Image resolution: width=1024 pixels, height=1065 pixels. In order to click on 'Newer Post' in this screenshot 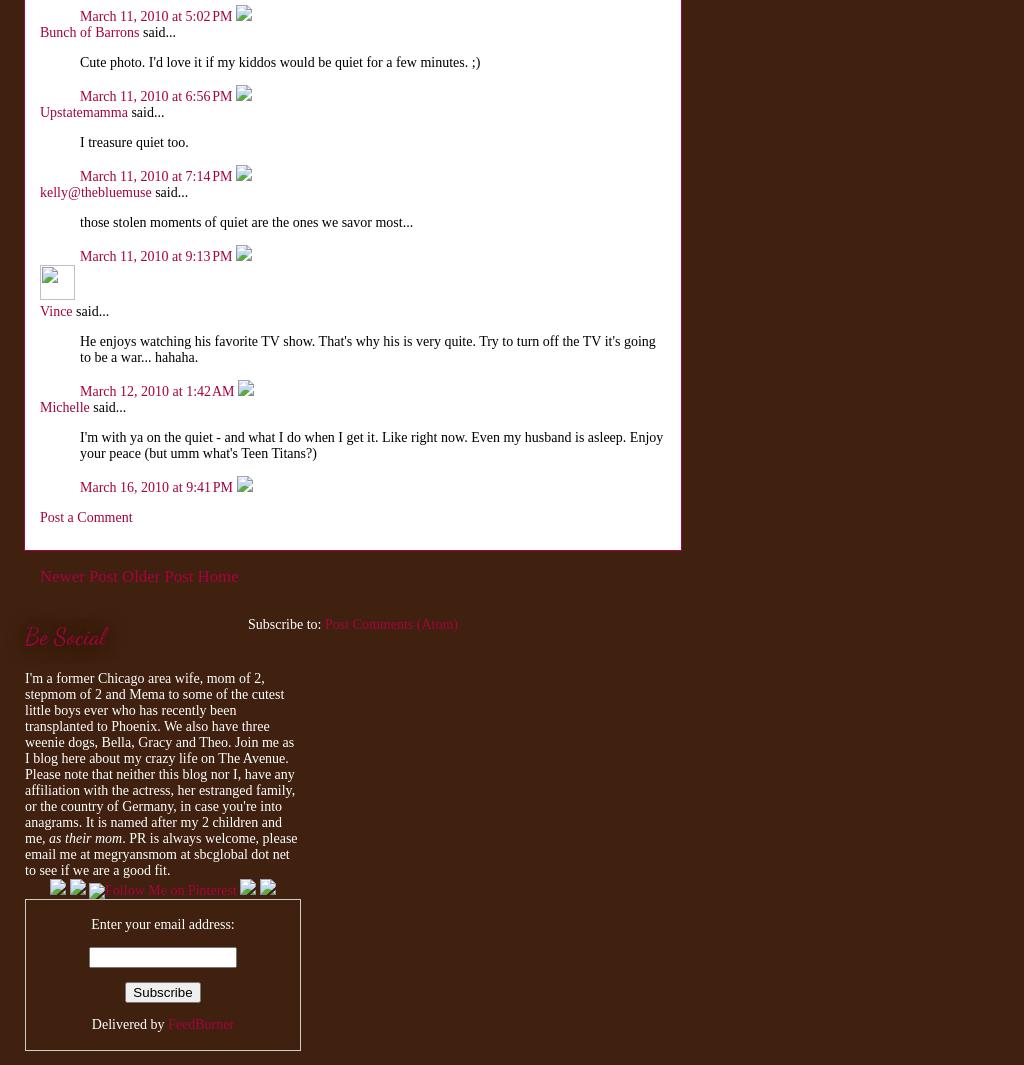, I will do `click(77, 576)`.